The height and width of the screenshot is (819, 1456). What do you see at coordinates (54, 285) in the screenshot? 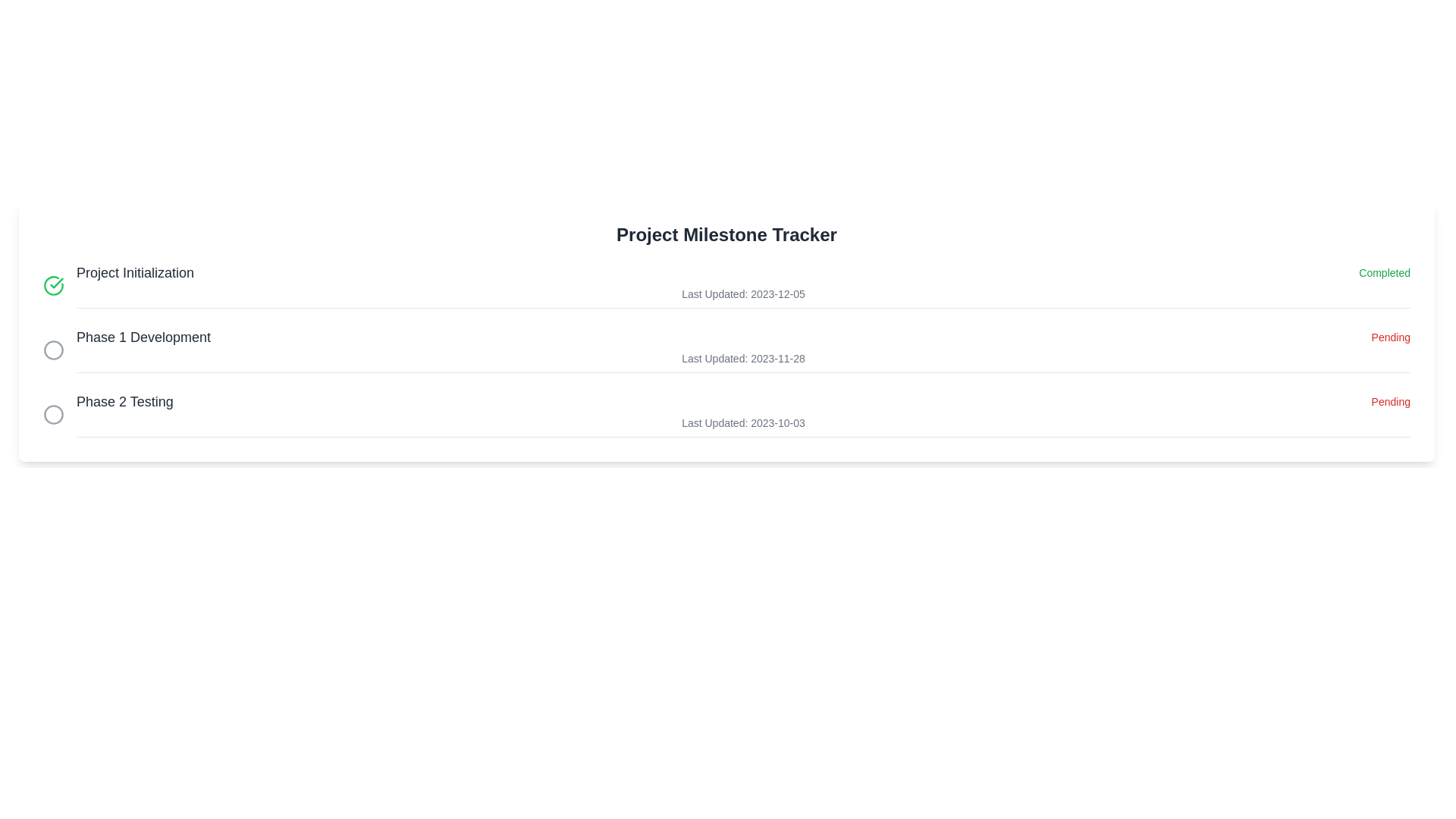
I see `the completion status icon, which is a green circle with a check mark, positioned to the left of the 'Project Initialization' text in the milestones list` at bounding box center [54, 285].